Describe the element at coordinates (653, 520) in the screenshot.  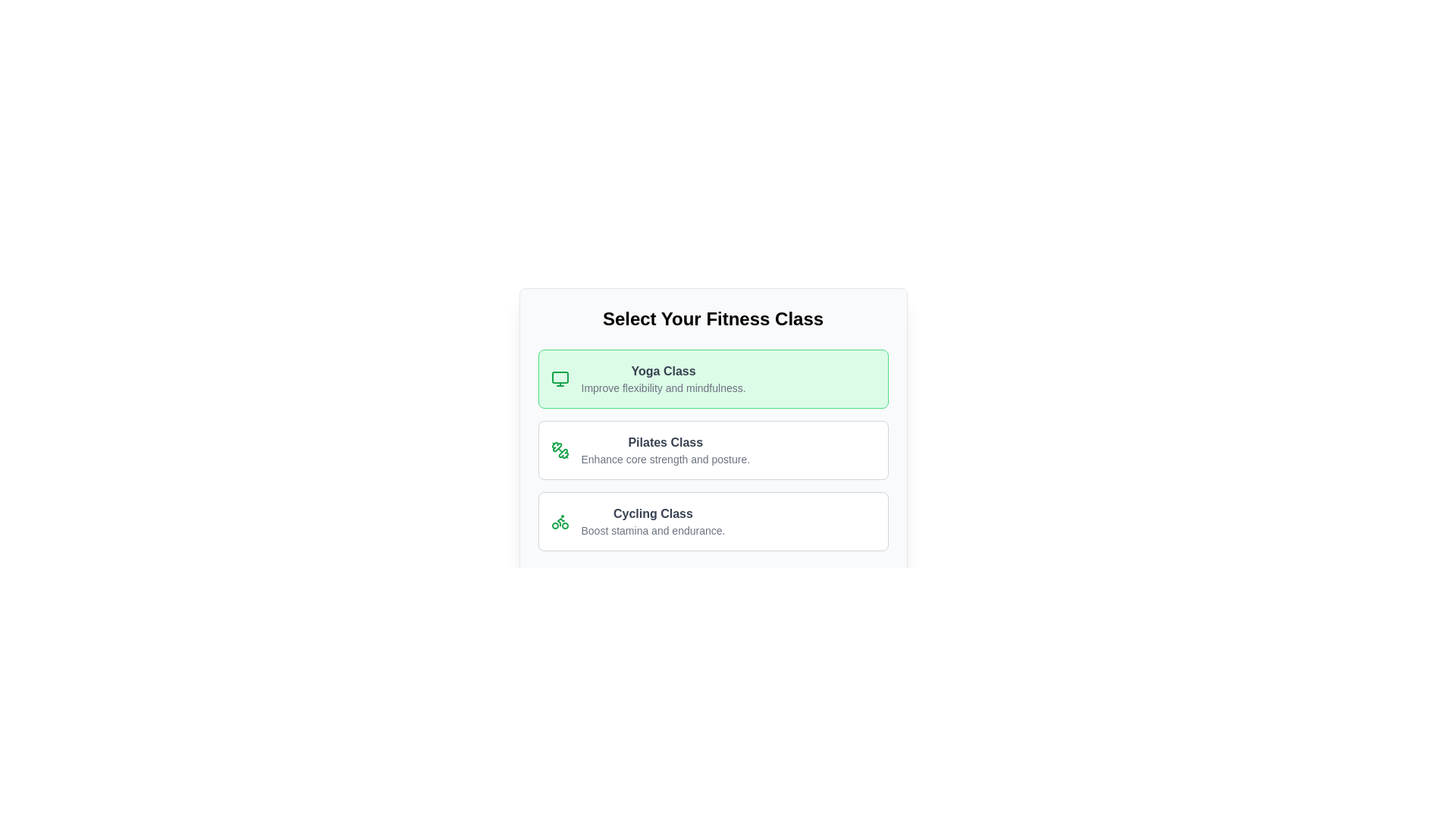
I see `the informational text block titled 'Cycling Class' which features a bold title in dark gray and a description in lighter gray, positioned as the last item in a vertical list of fitness class options` at that location.